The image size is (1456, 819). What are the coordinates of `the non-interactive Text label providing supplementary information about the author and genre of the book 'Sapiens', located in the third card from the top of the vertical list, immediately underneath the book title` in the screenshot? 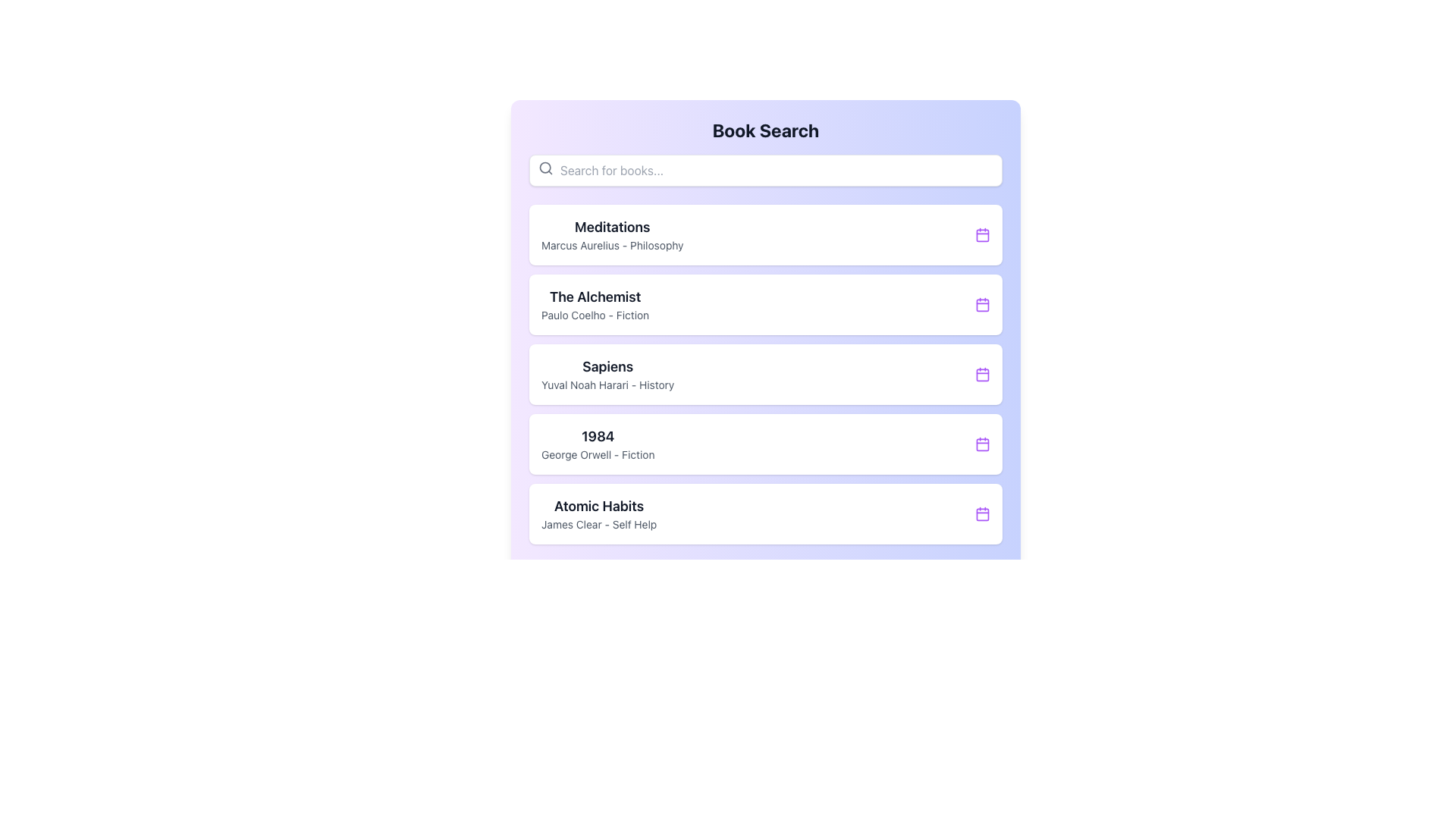 It's located at (607, 384).